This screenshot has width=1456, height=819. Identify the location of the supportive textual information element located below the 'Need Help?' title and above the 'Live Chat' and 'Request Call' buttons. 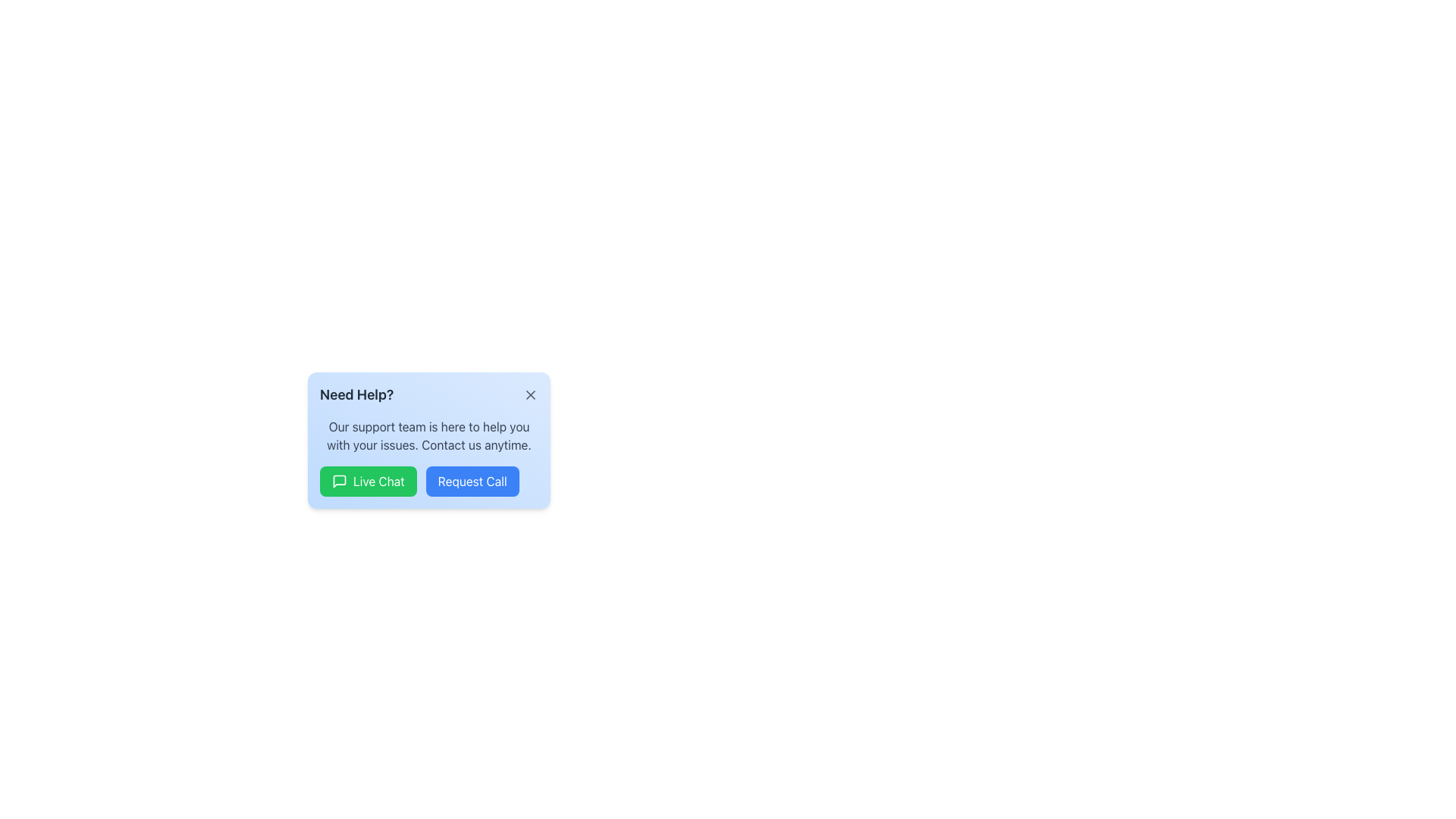
(428, 441).